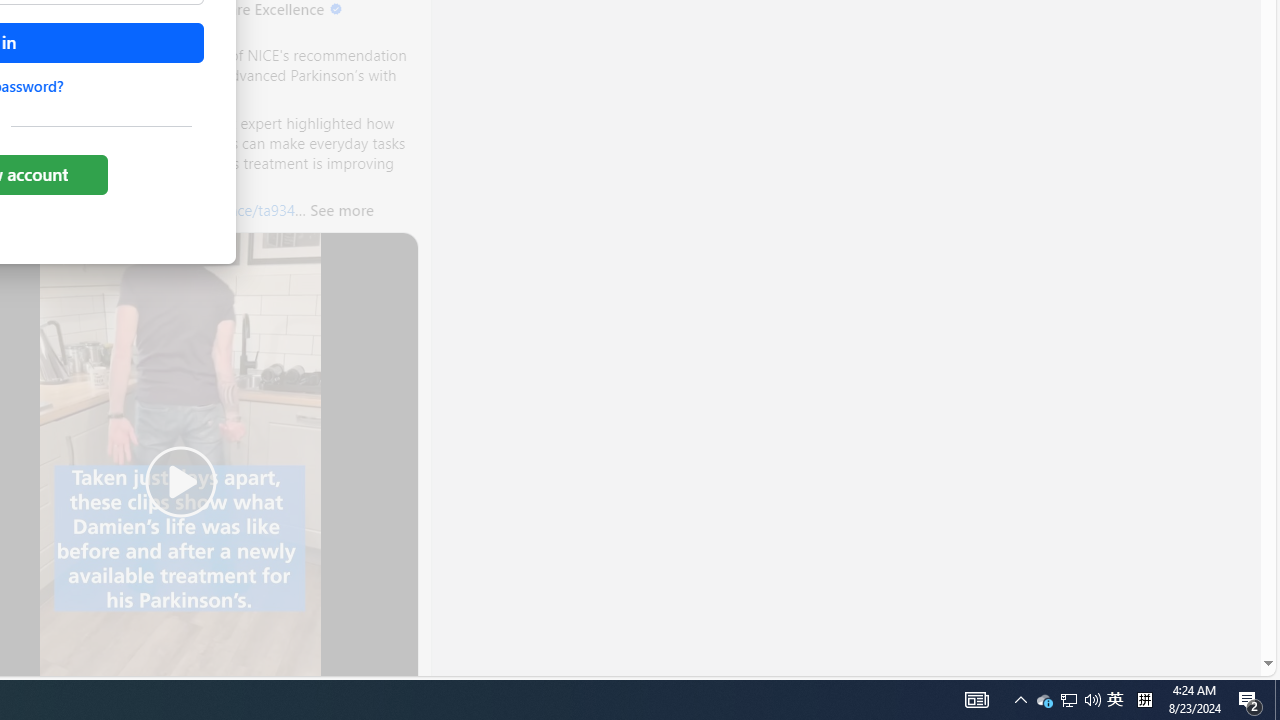 The width and height of the screenshot is (1280, 720). I want to click on 'Tray Input Indicator - Chinese (Simplified, China)', so click(1092, 698).